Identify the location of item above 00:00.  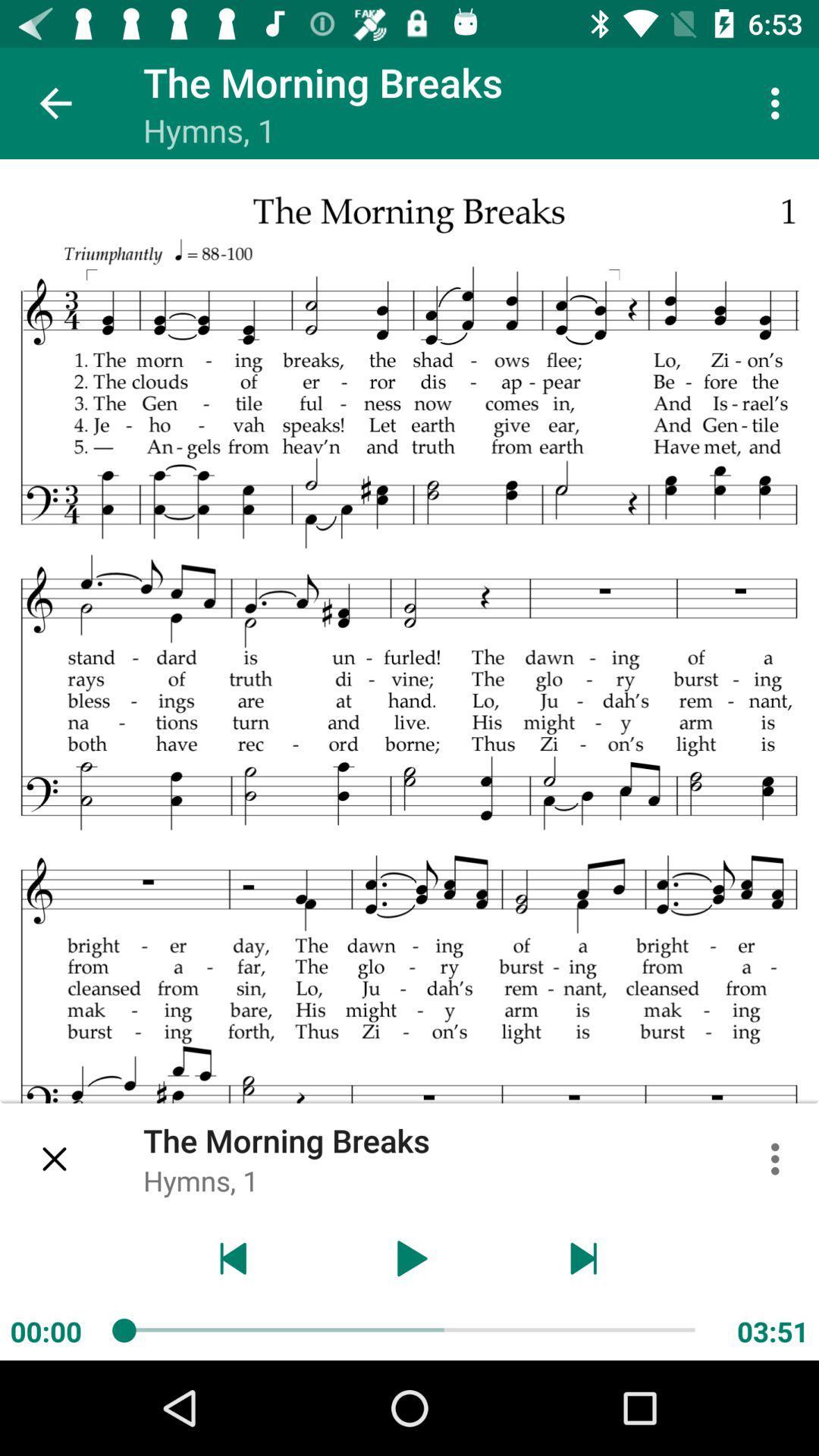
(55, 1158).